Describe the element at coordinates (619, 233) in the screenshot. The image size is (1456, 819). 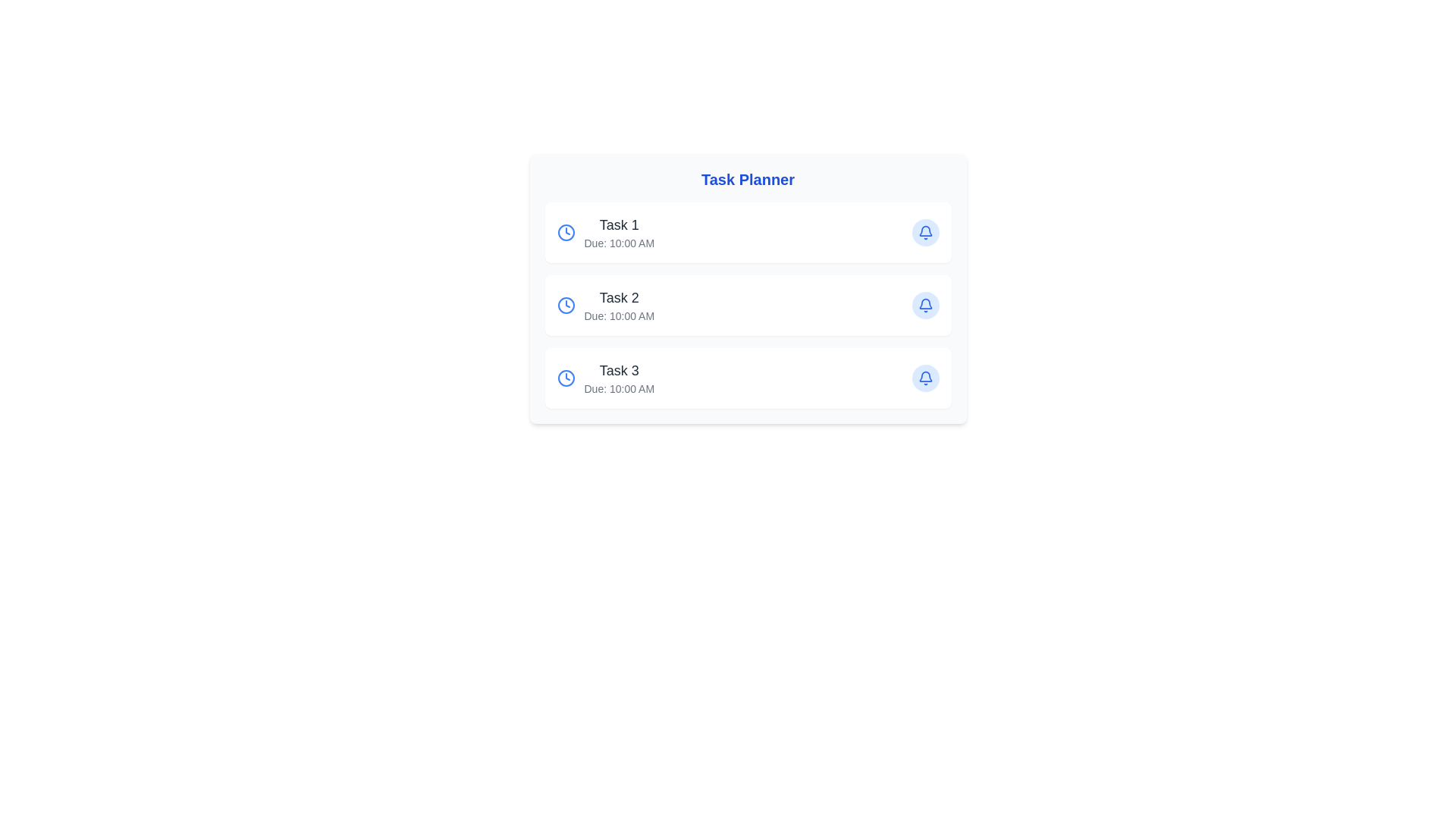
I see `text within the first Text block of the 'Task Planner' card layout that displays task information including title and due time` at that location.